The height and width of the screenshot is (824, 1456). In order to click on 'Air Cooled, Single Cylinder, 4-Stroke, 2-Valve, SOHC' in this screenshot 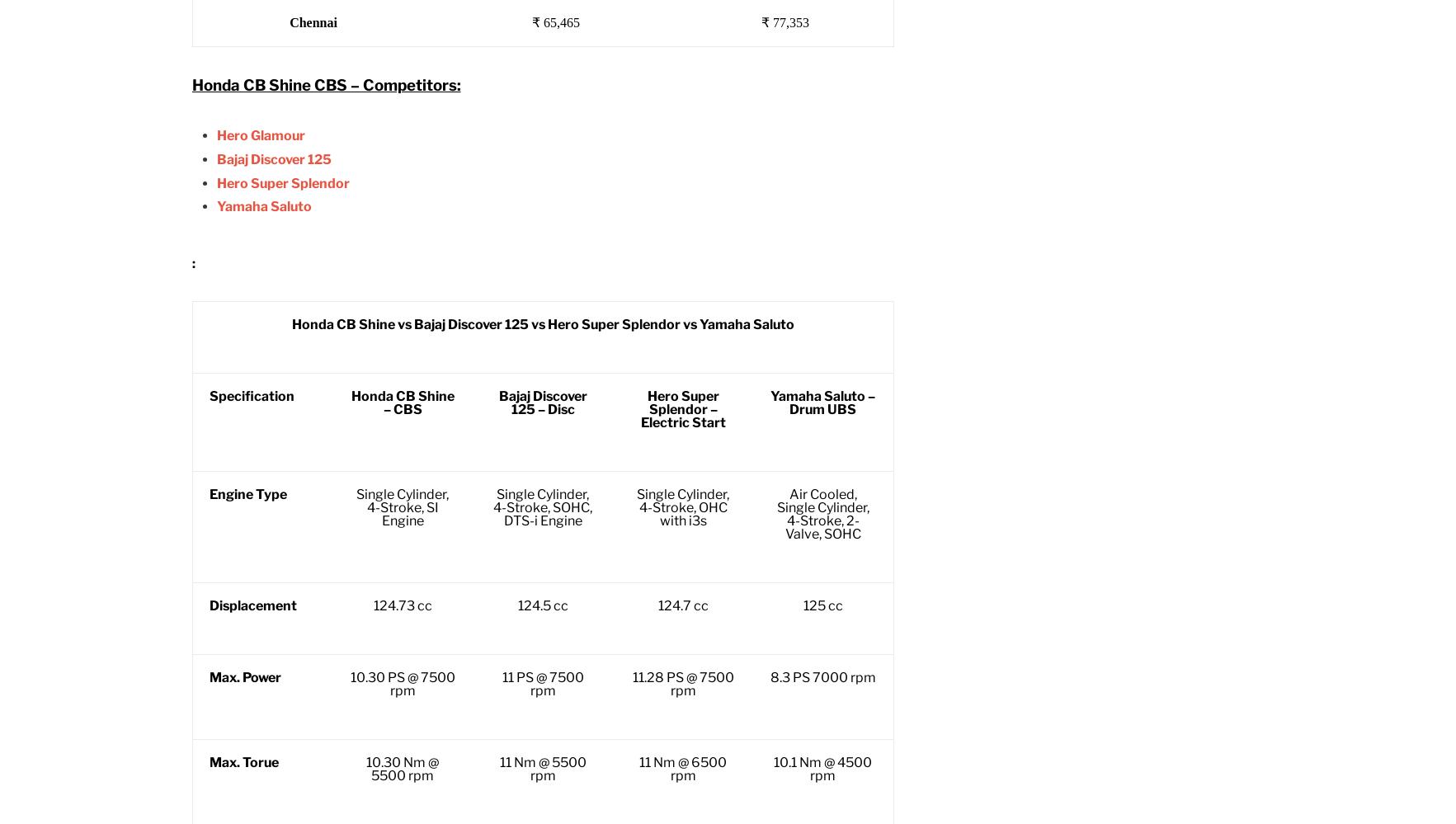, I will do `click(822, 513)`.